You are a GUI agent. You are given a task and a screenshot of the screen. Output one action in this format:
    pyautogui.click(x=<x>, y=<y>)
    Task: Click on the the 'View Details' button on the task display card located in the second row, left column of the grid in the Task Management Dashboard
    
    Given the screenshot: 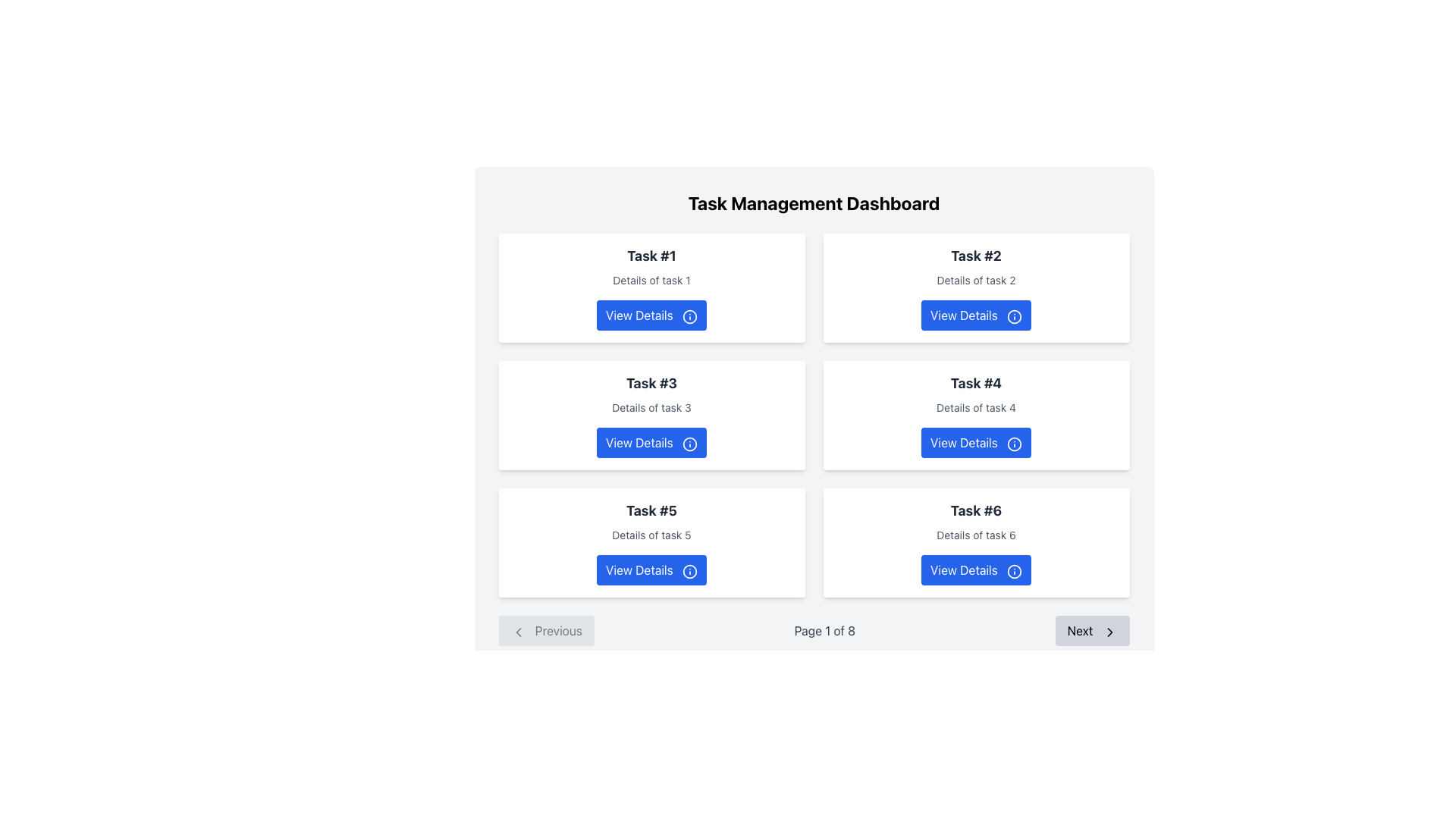 What is the action you would take?
    pyautogui.click(x=651, y=415)
    